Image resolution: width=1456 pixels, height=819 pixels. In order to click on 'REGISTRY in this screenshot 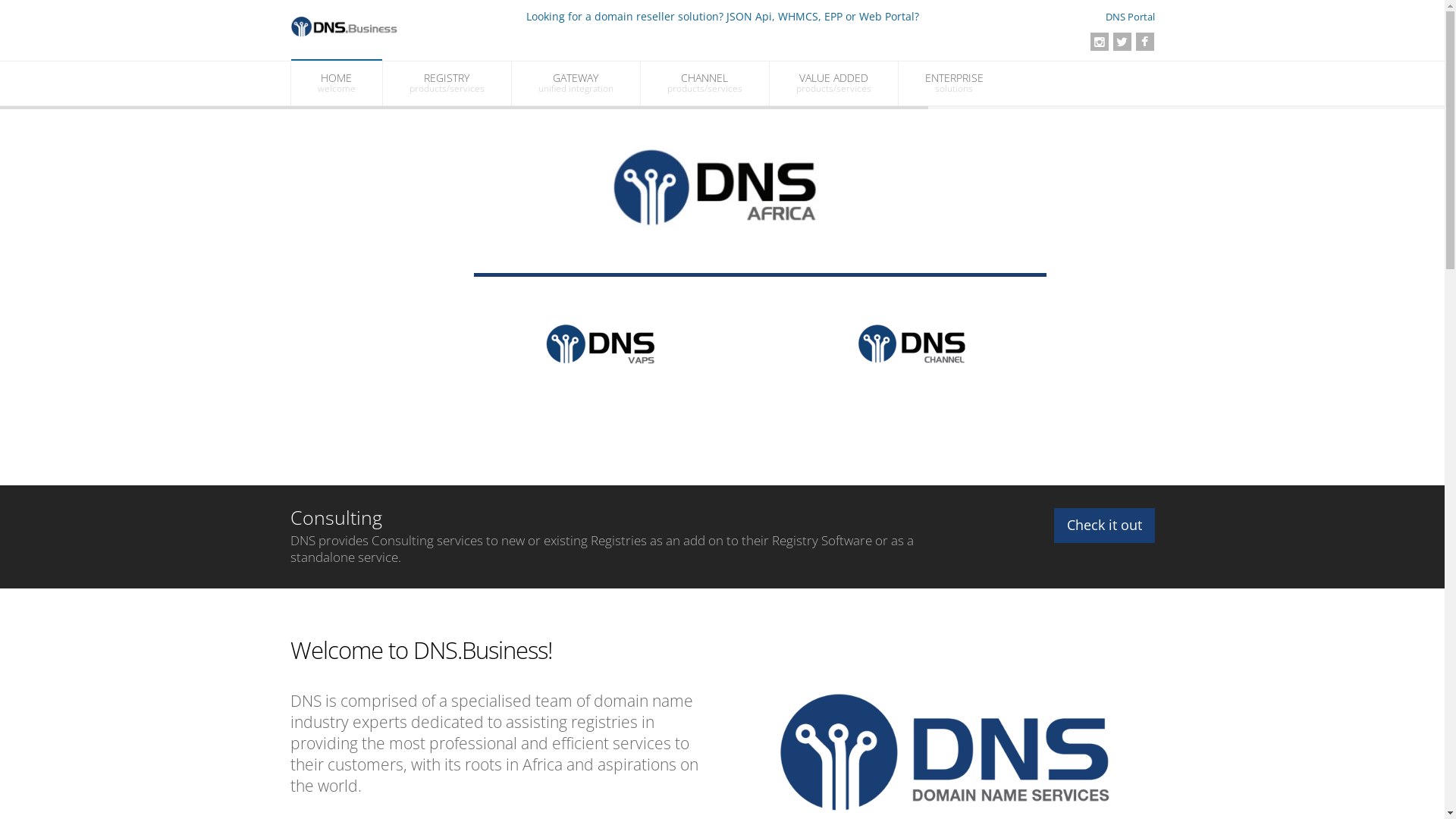, I will do `click(445, 83)`.